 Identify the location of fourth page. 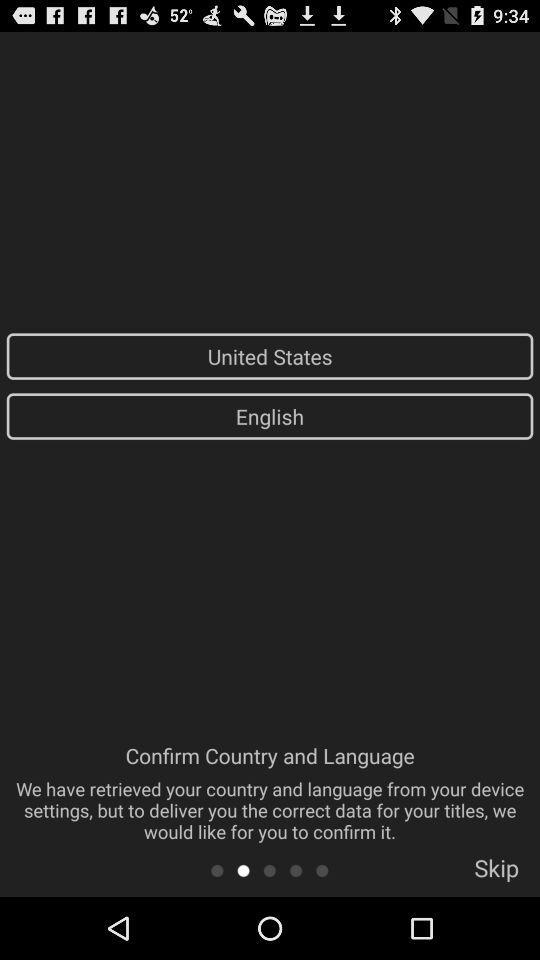
(295, 869).